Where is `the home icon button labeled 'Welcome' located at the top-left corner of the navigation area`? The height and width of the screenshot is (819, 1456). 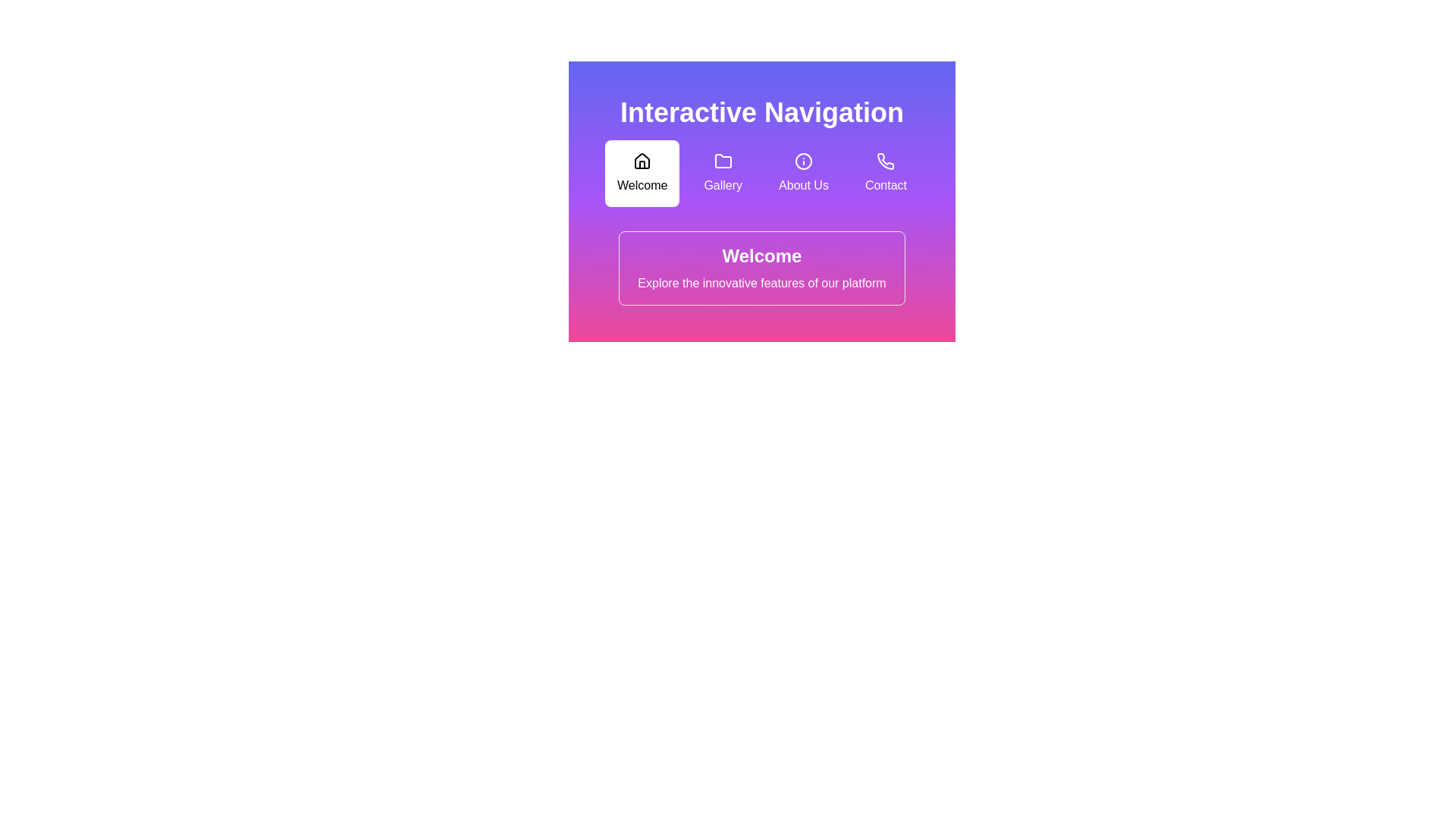
the home icon button labeled 'Welcome' located at the top-left corner of the navigation area is located at coordinates (642, 161).